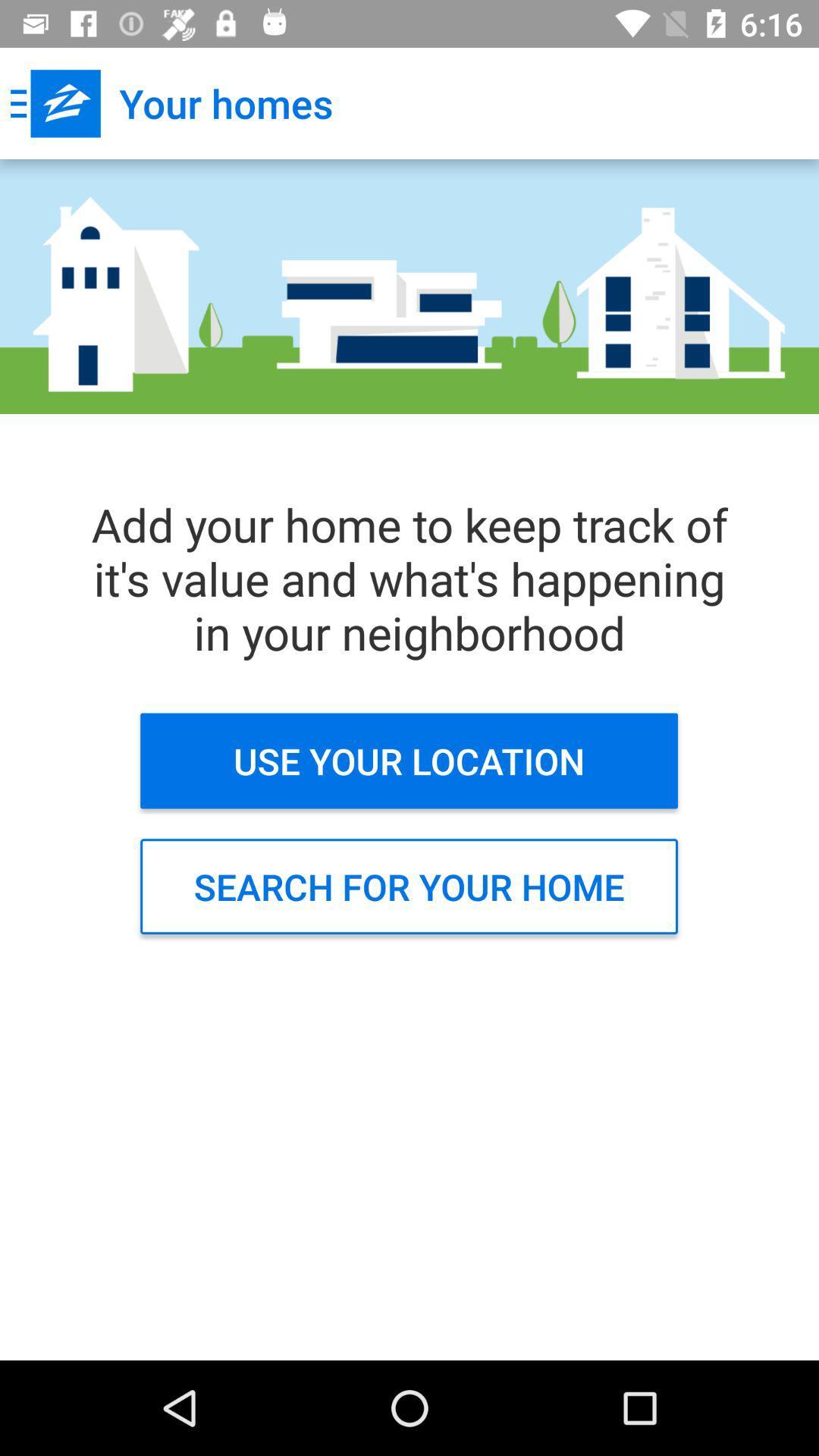 The image size is (819, 1456). I want to click on search for your, so click(408, 886).